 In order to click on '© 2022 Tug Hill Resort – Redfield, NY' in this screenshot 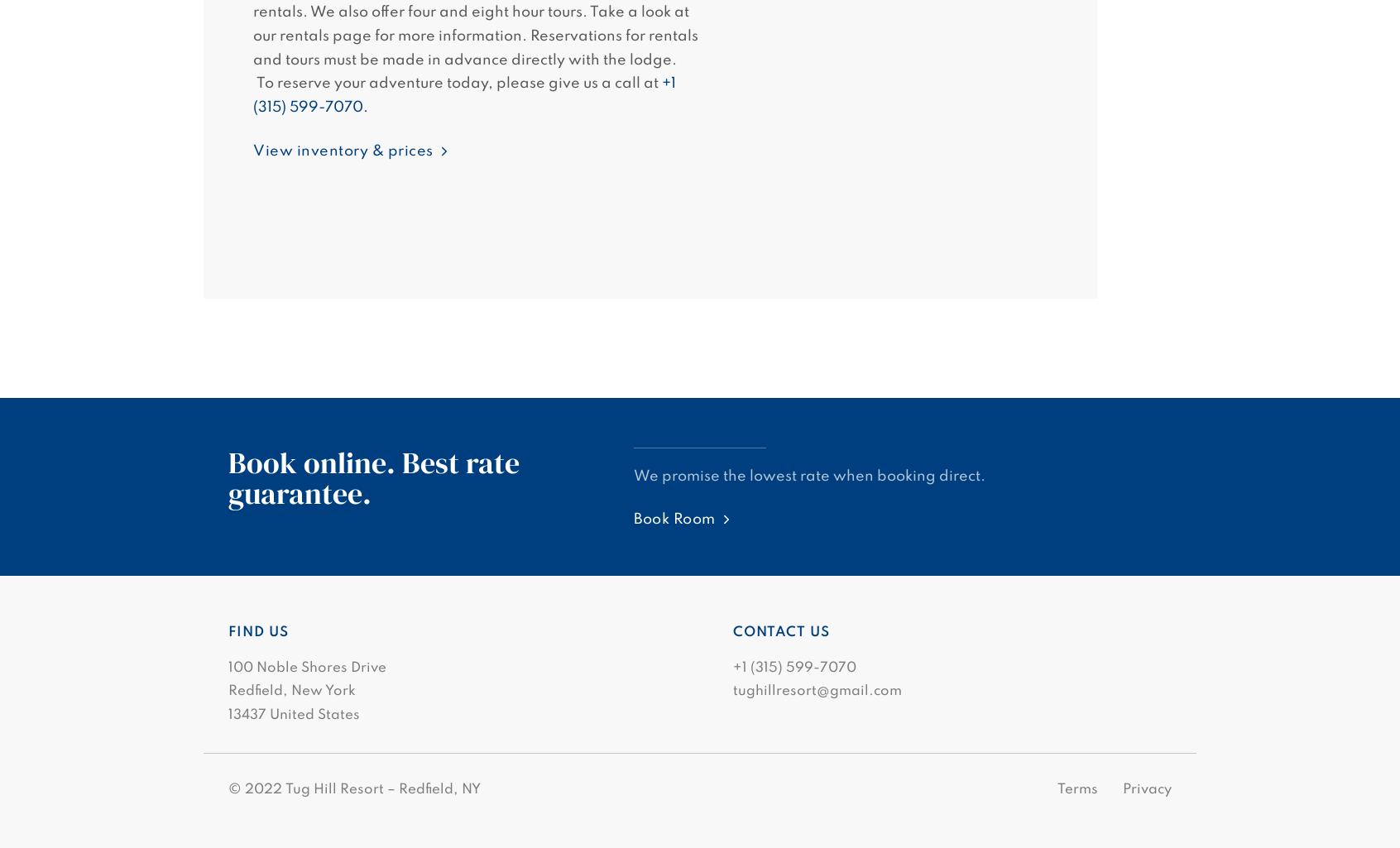, I will do `click(353, 789)`.